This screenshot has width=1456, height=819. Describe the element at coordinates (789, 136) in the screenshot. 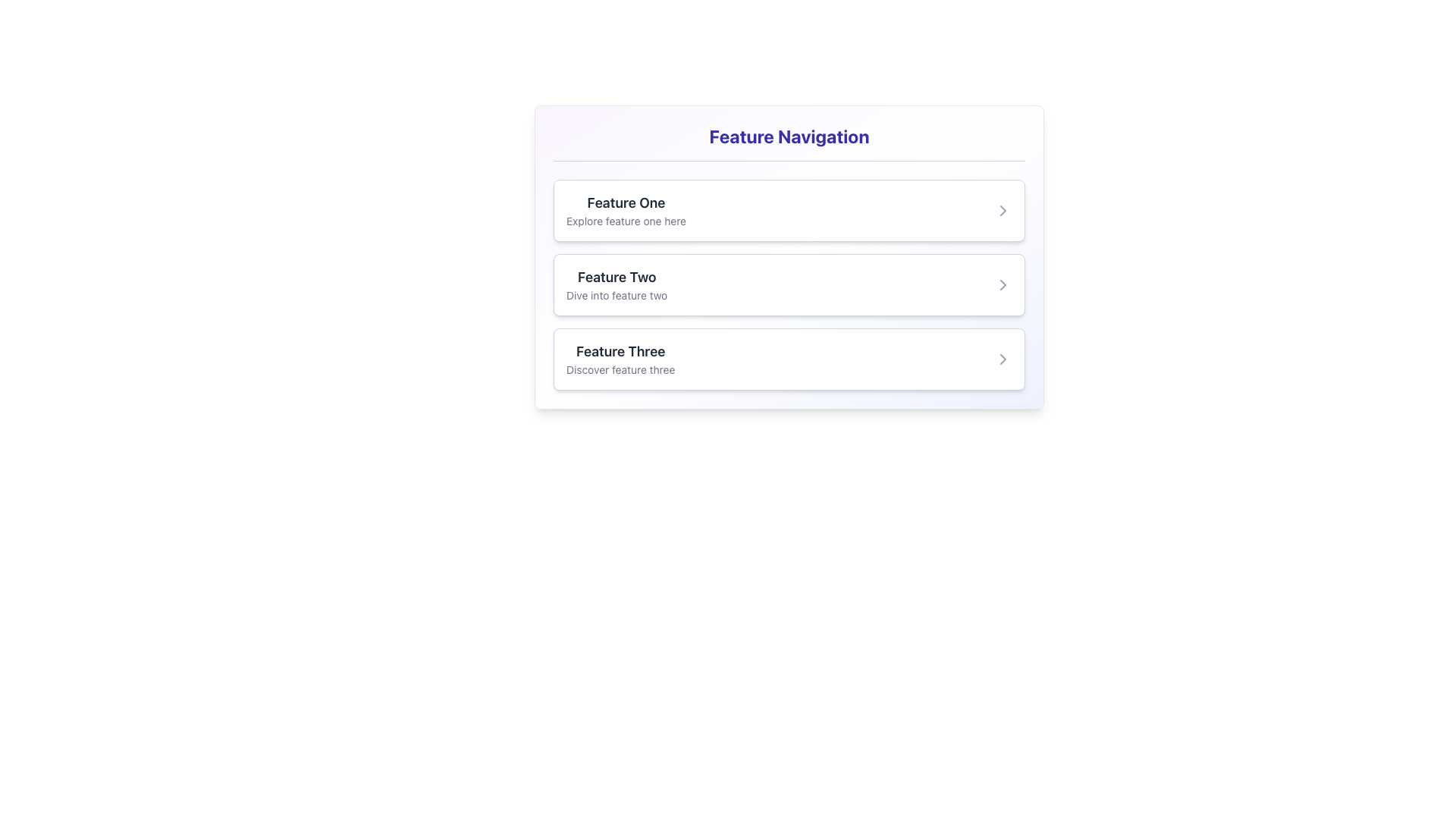

I see `header text element displaying 'Feature Navigation' in large, bold, indigo font, located at the top-center of the content section` at that location.